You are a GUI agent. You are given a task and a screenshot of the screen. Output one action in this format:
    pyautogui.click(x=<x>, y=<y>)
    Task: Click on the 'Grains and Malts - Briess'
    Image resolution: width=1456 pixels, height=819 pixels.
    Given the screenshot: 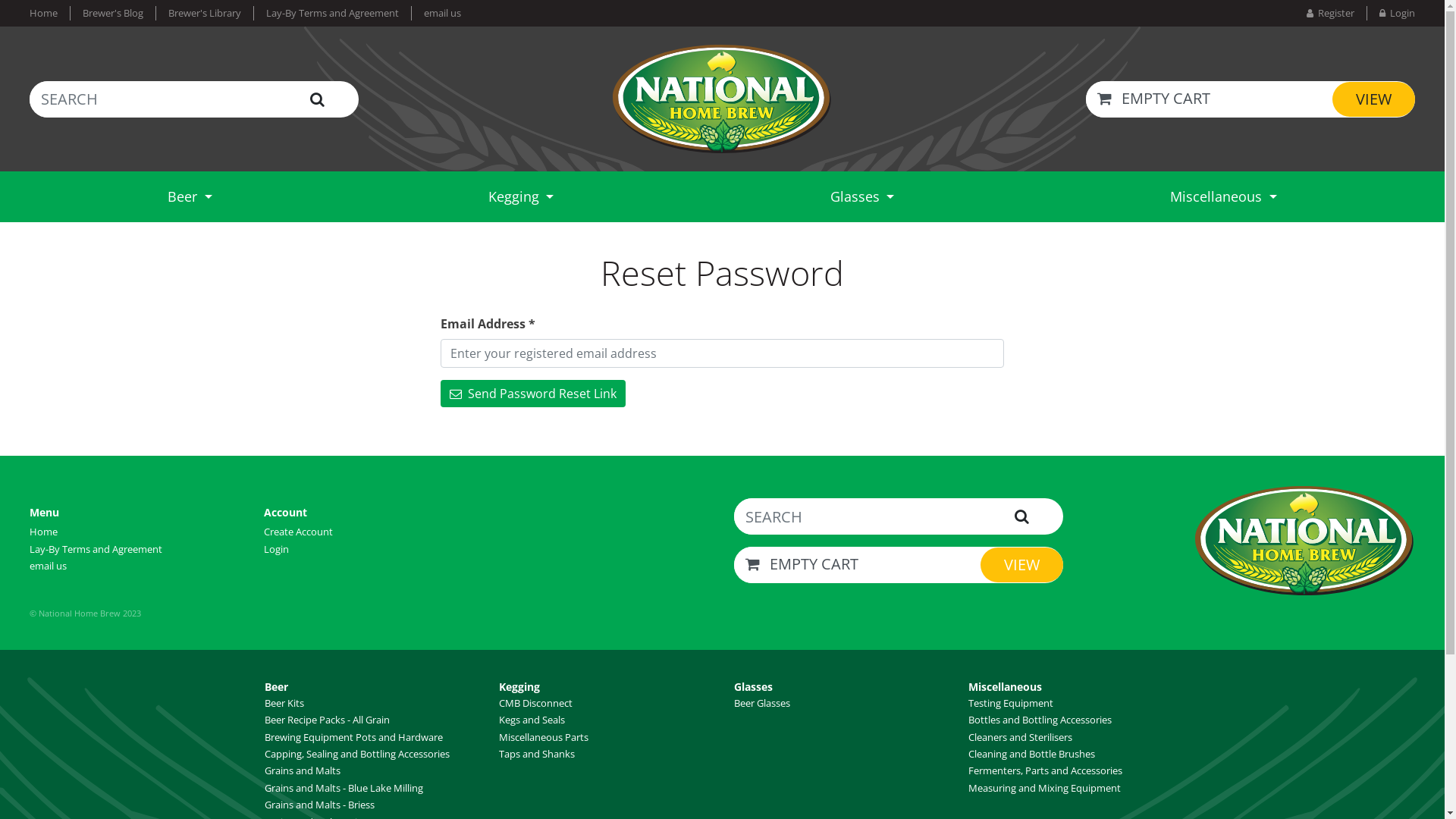 What is the action you would take?
    pyautogui.click(x=265, y=803)
    